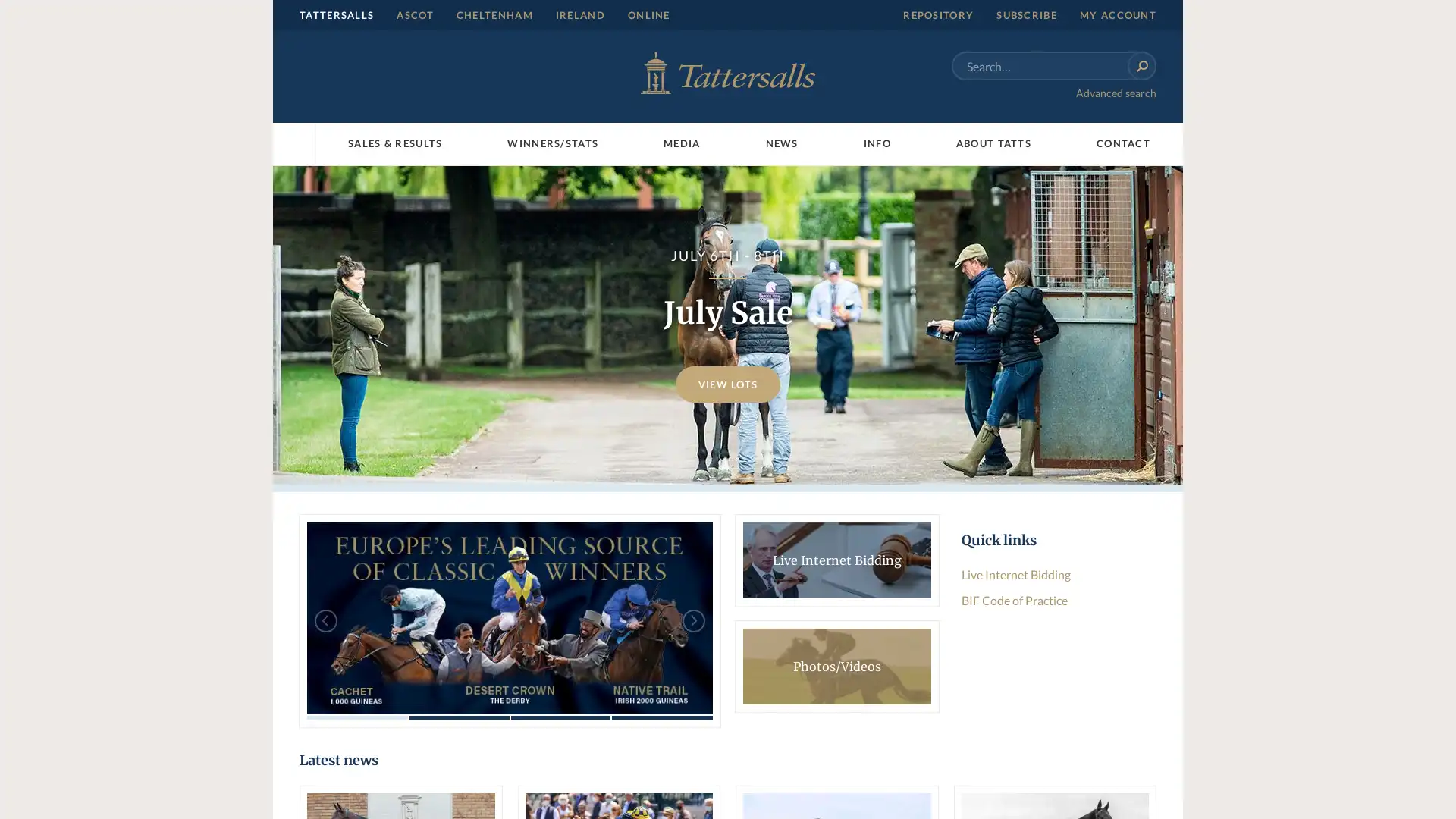 The image size is (1456, 819). I want to click on Search, so click(1142, 65).